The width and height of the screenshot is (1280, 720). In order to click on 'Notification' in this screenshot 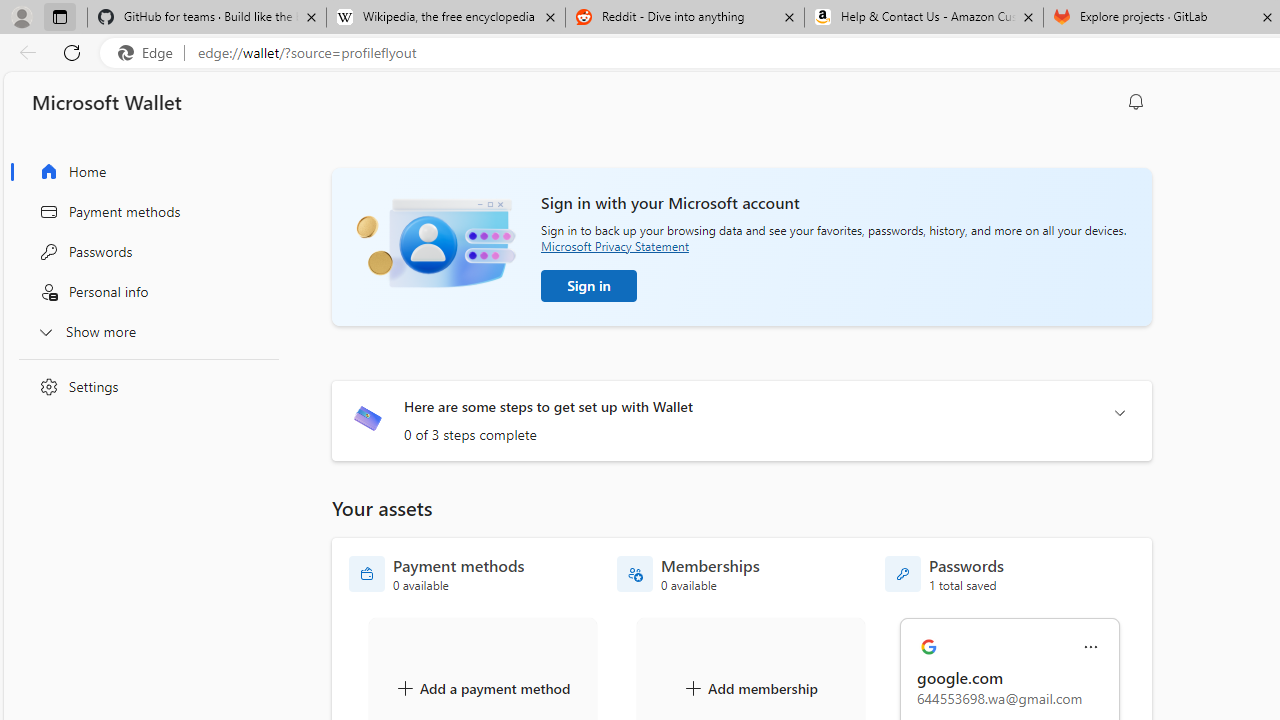, I will do `click(1136, 101)`.